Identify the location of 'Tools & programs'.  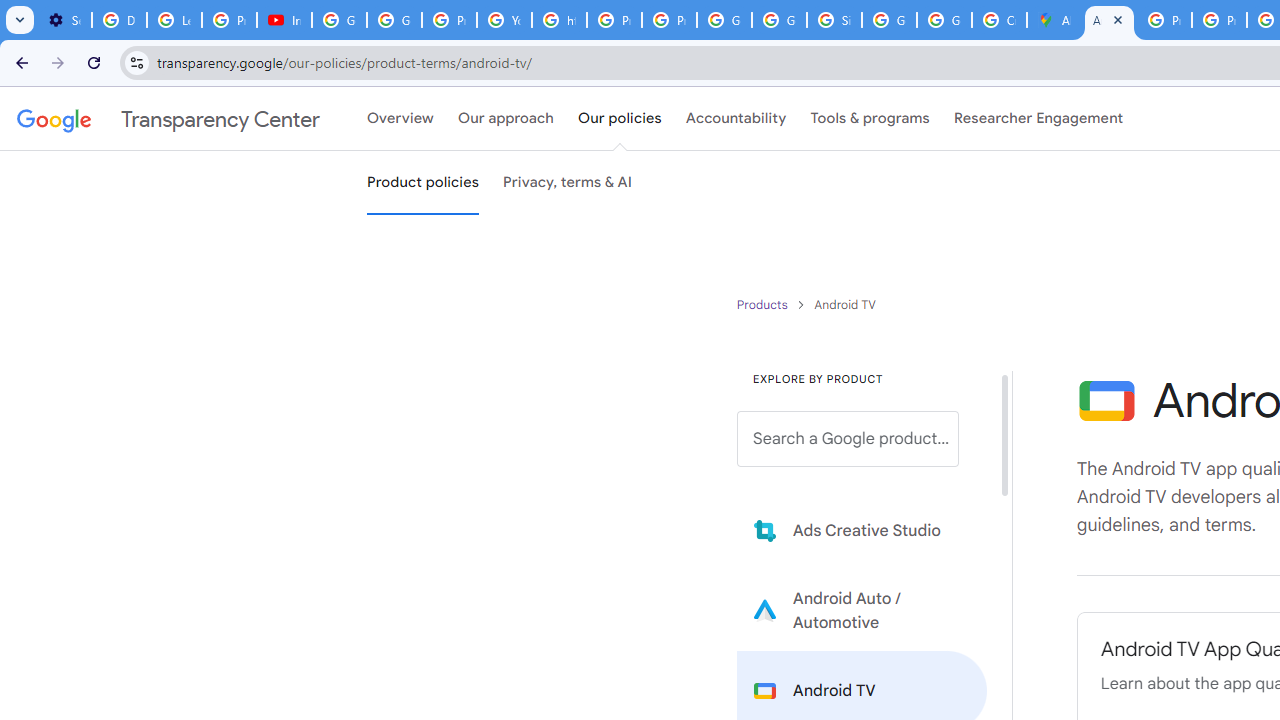
(869, 119).